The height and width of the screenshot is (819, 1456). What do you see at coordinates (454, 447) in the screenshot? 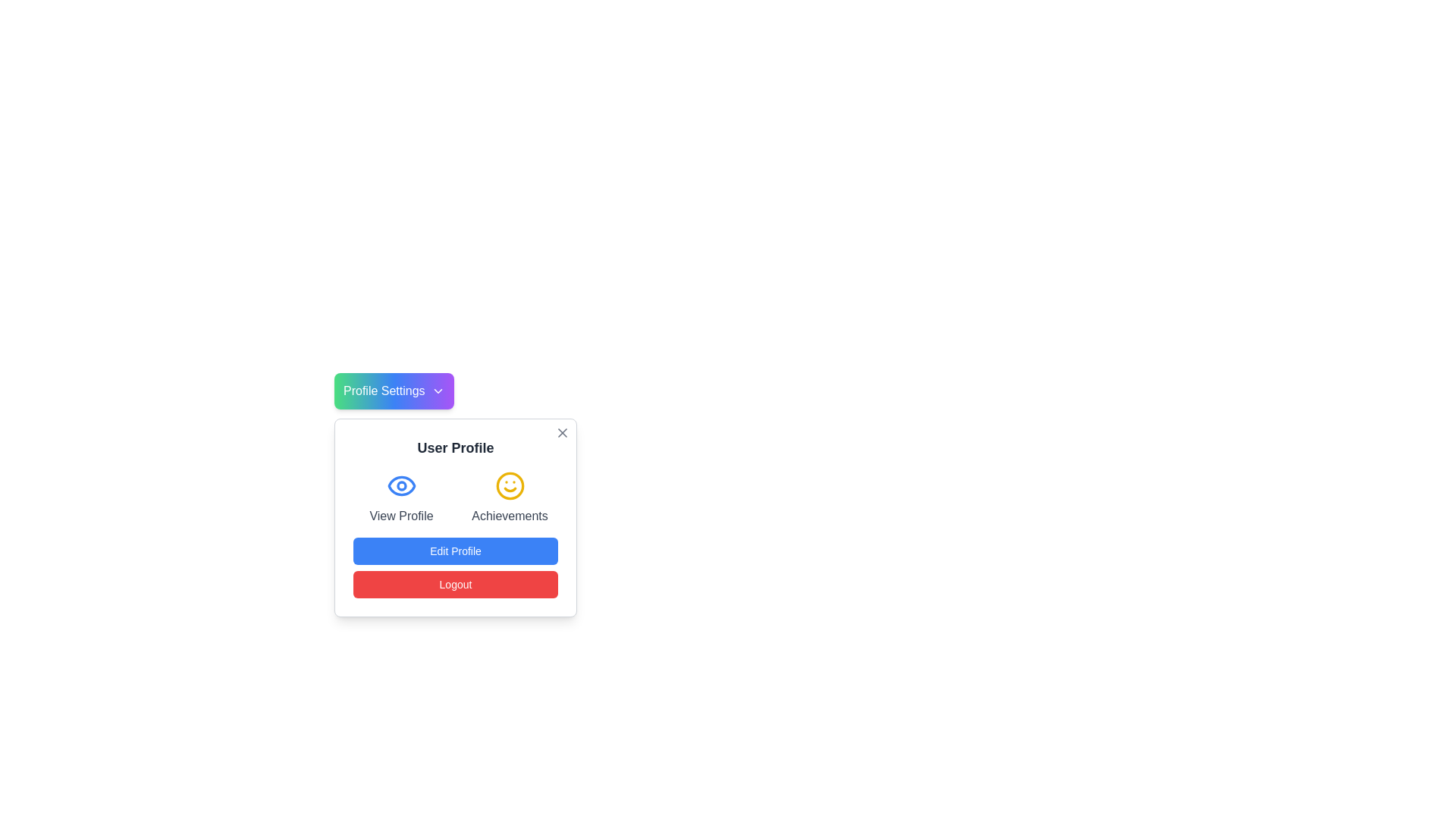
I see `the 'User Profile' static text element, which is displayed in bold and large dark gray font, centered at the top of a card interface` at bounding box center [454, 447].